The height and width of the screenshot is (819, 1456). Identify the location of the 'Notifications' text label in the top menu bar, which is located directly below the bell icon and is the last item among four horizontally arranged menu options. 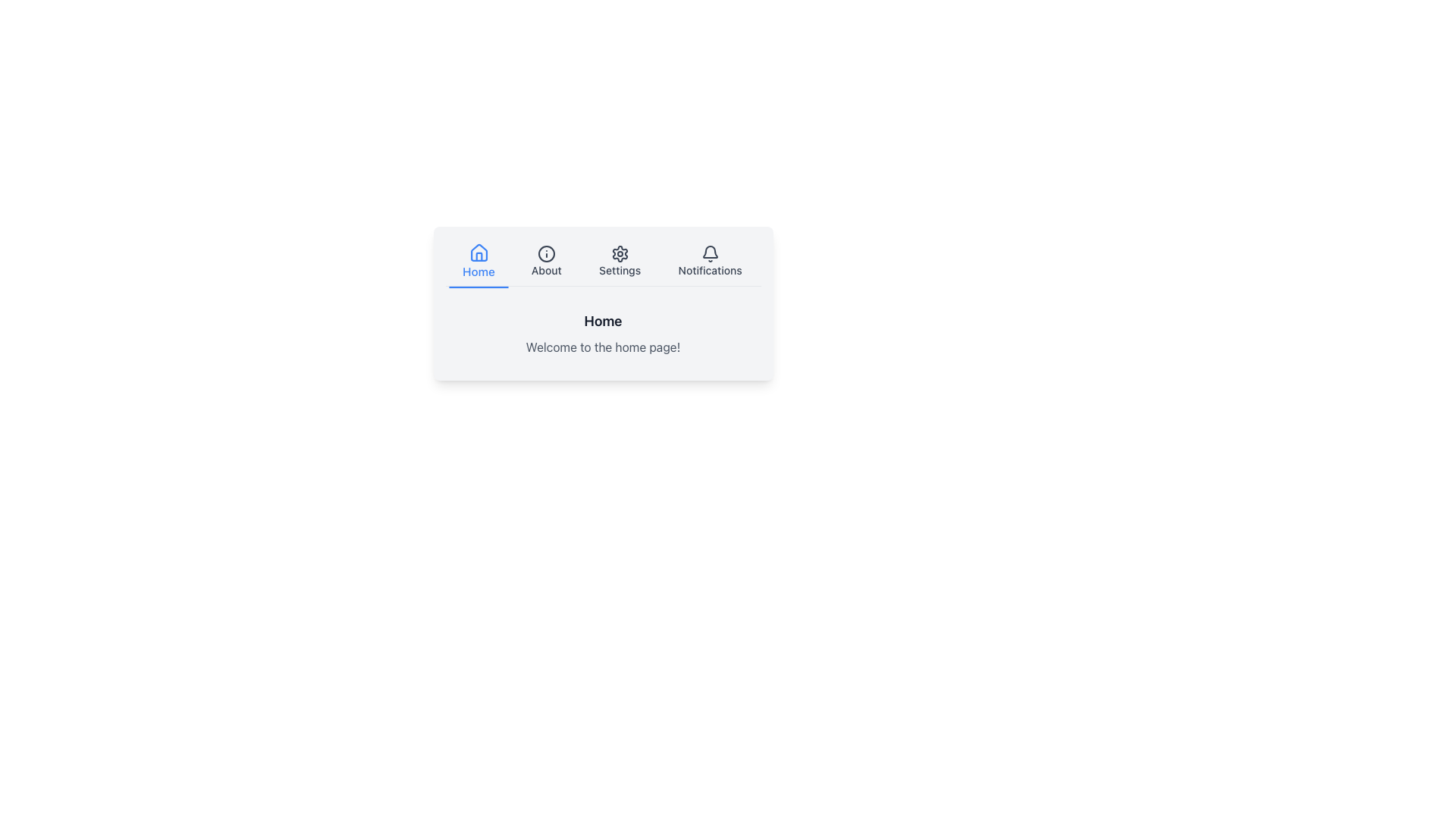
(709, 270).